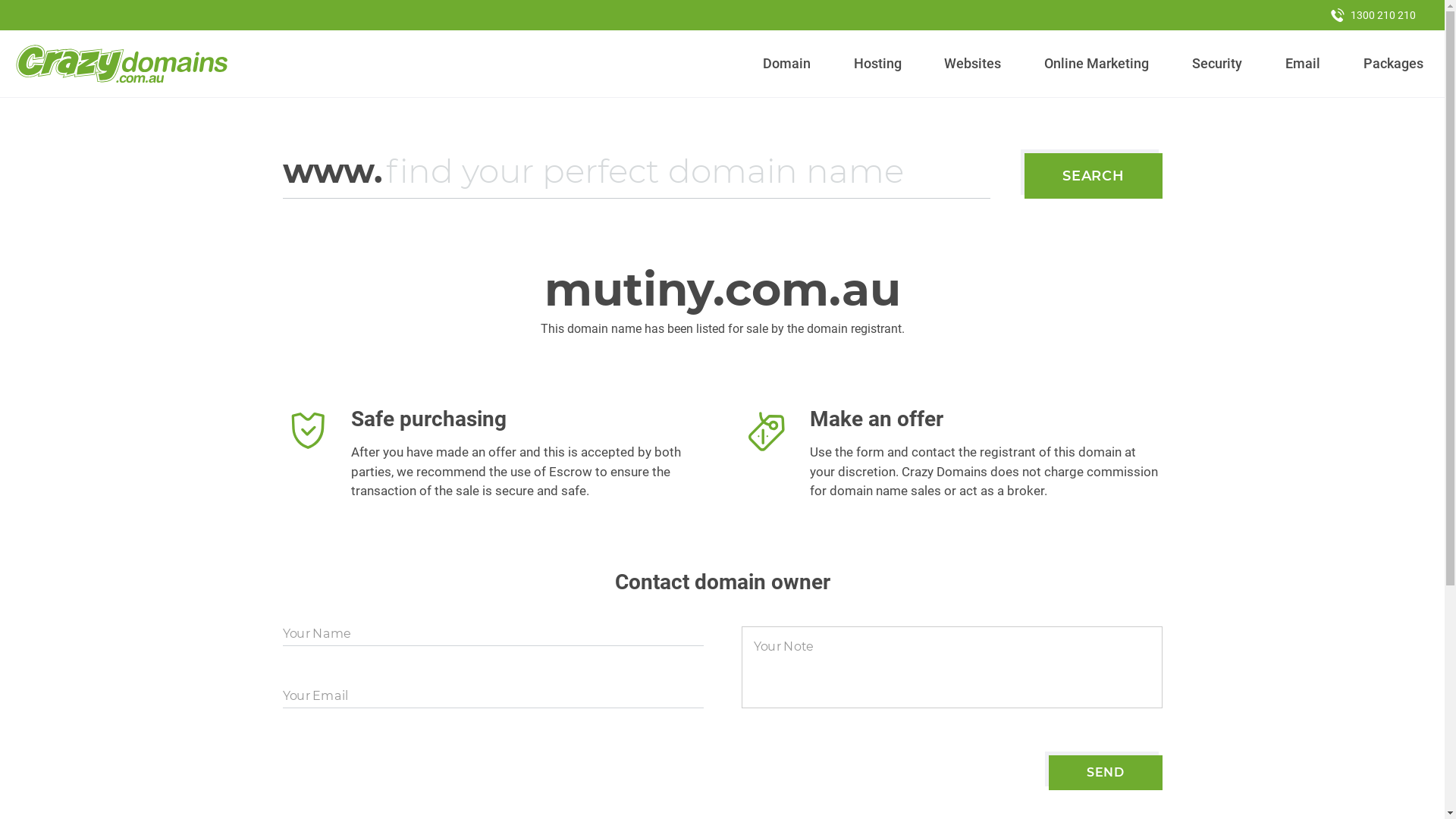  I want to click on 'Online Marketing', so click(1037, 63).